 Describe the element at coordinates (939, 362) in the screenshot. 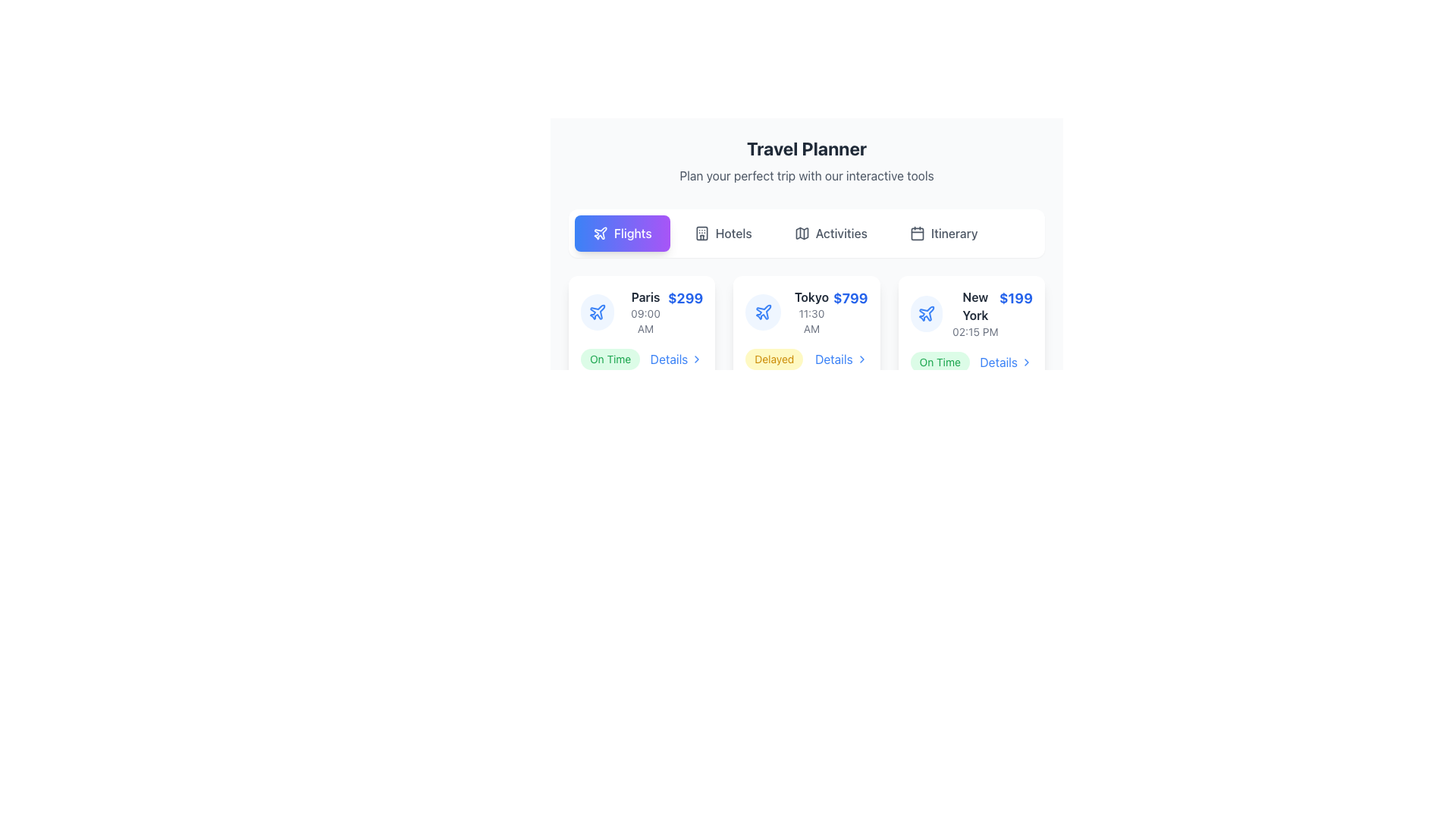

I see `the pill-shaped label with the text 'On Time', which has a light green background and green text, positioned to the left of the 'Details' hyperlink` at that location.